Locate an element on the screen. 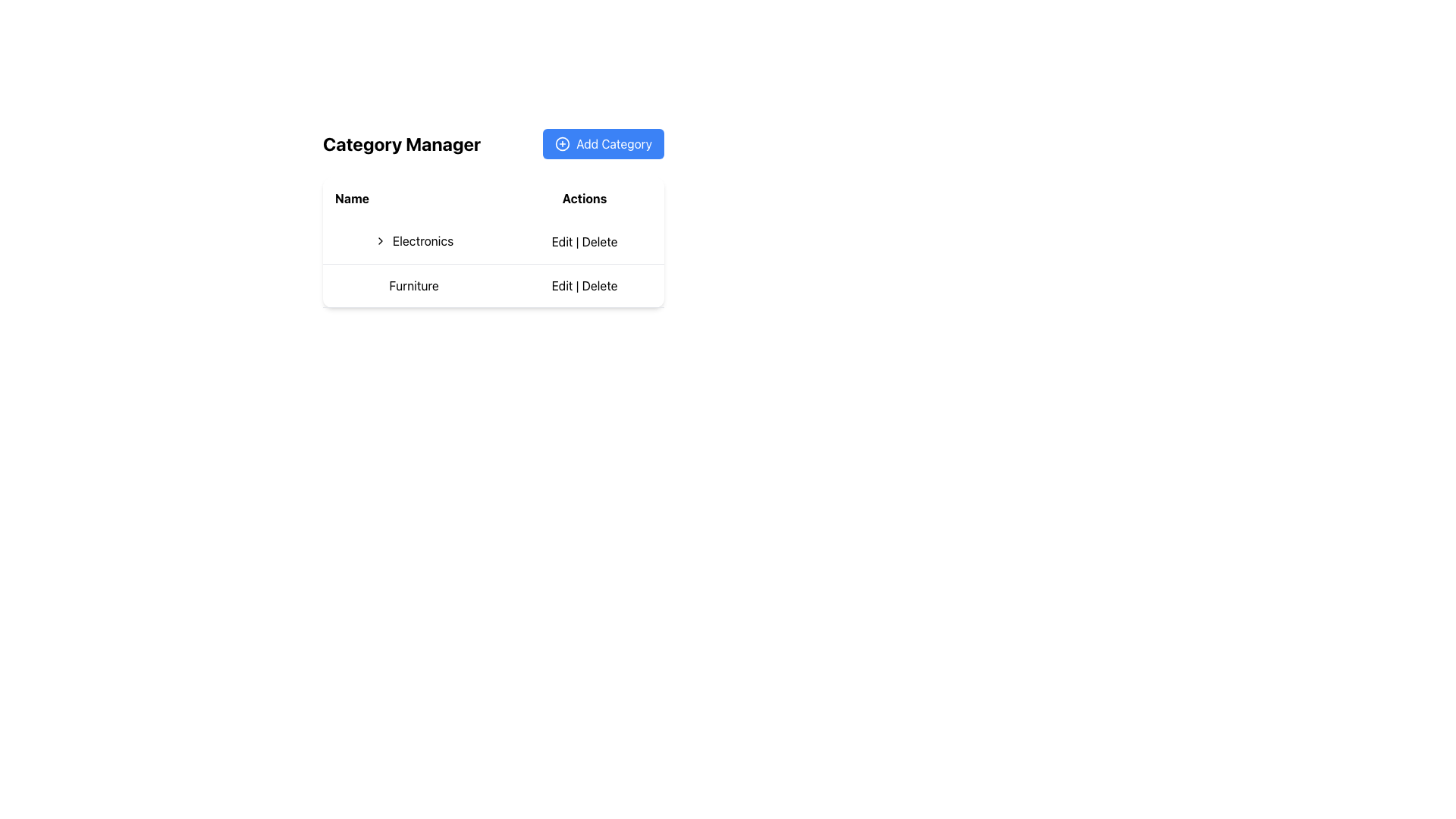 Image resolution: width=1456 pixels, height=819 pixels. the icon representing the 'Add Category' button is located at coordinates (562, 143).